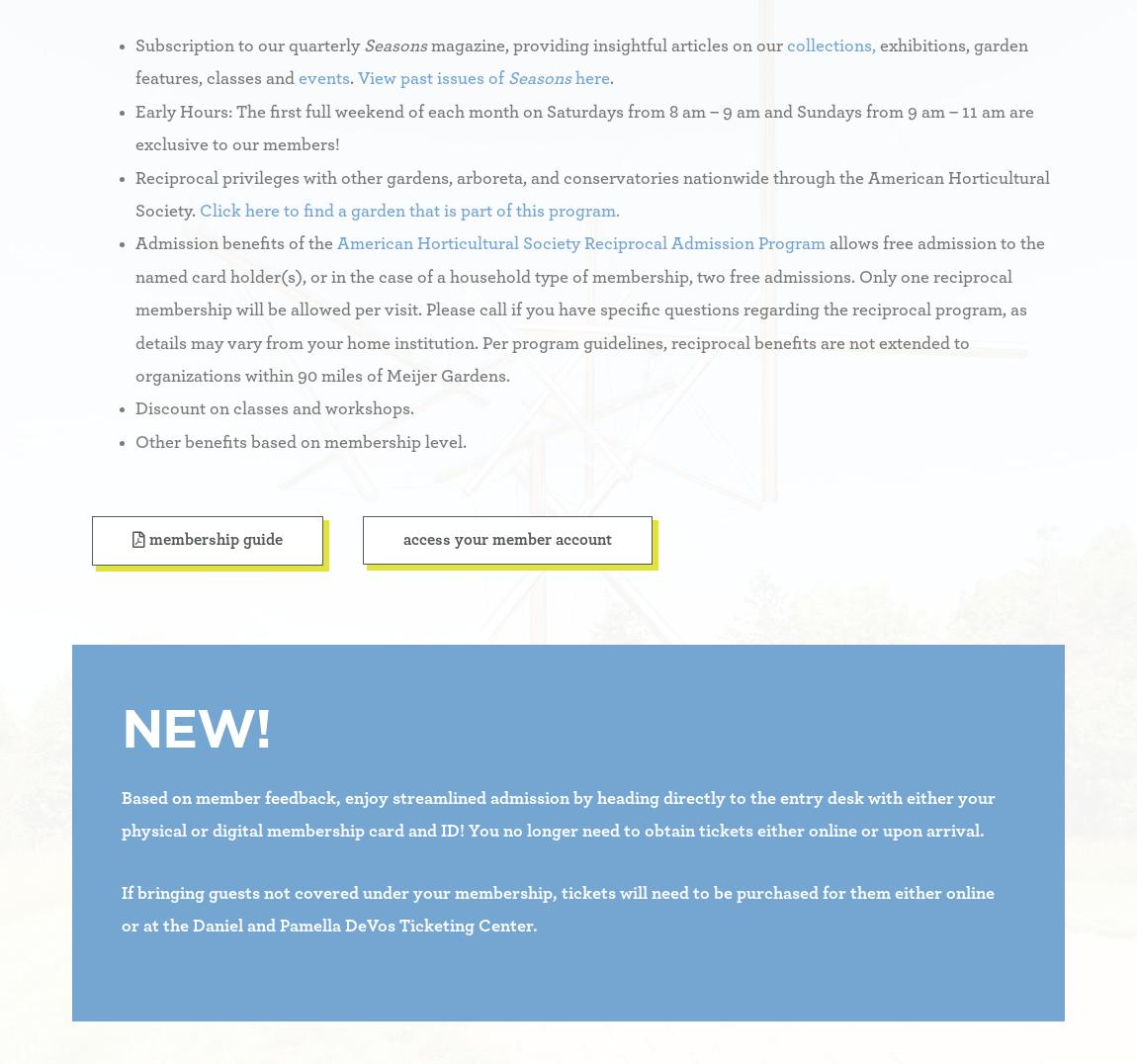 Image resolution: width=1137 pixels, height=1064 pixels. I want to click on 'Discount on classes and workshops.', so click(273, 409).